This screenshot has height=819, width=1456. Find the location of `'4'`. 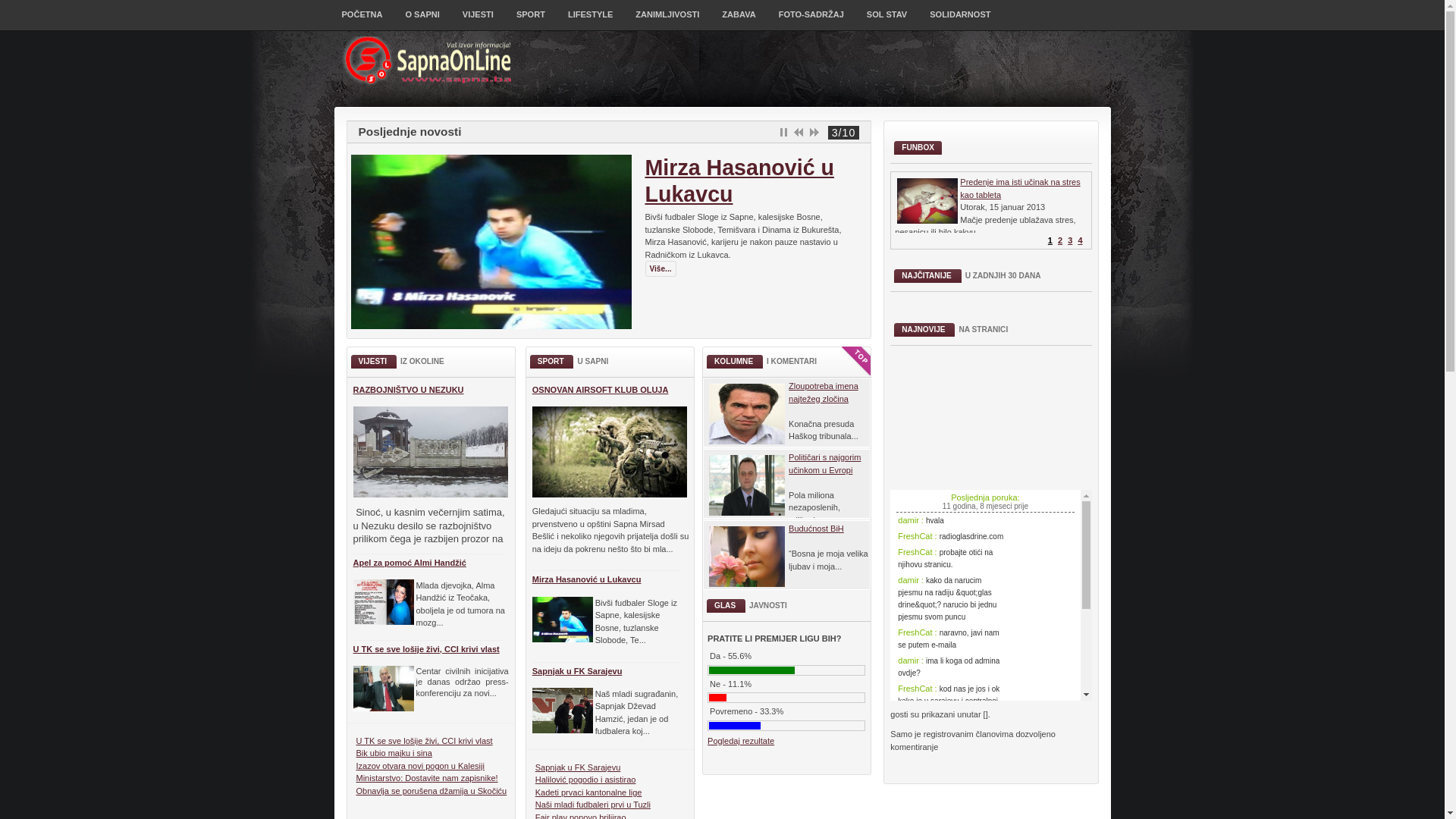

'4' is located at coordinates (1079, 239).